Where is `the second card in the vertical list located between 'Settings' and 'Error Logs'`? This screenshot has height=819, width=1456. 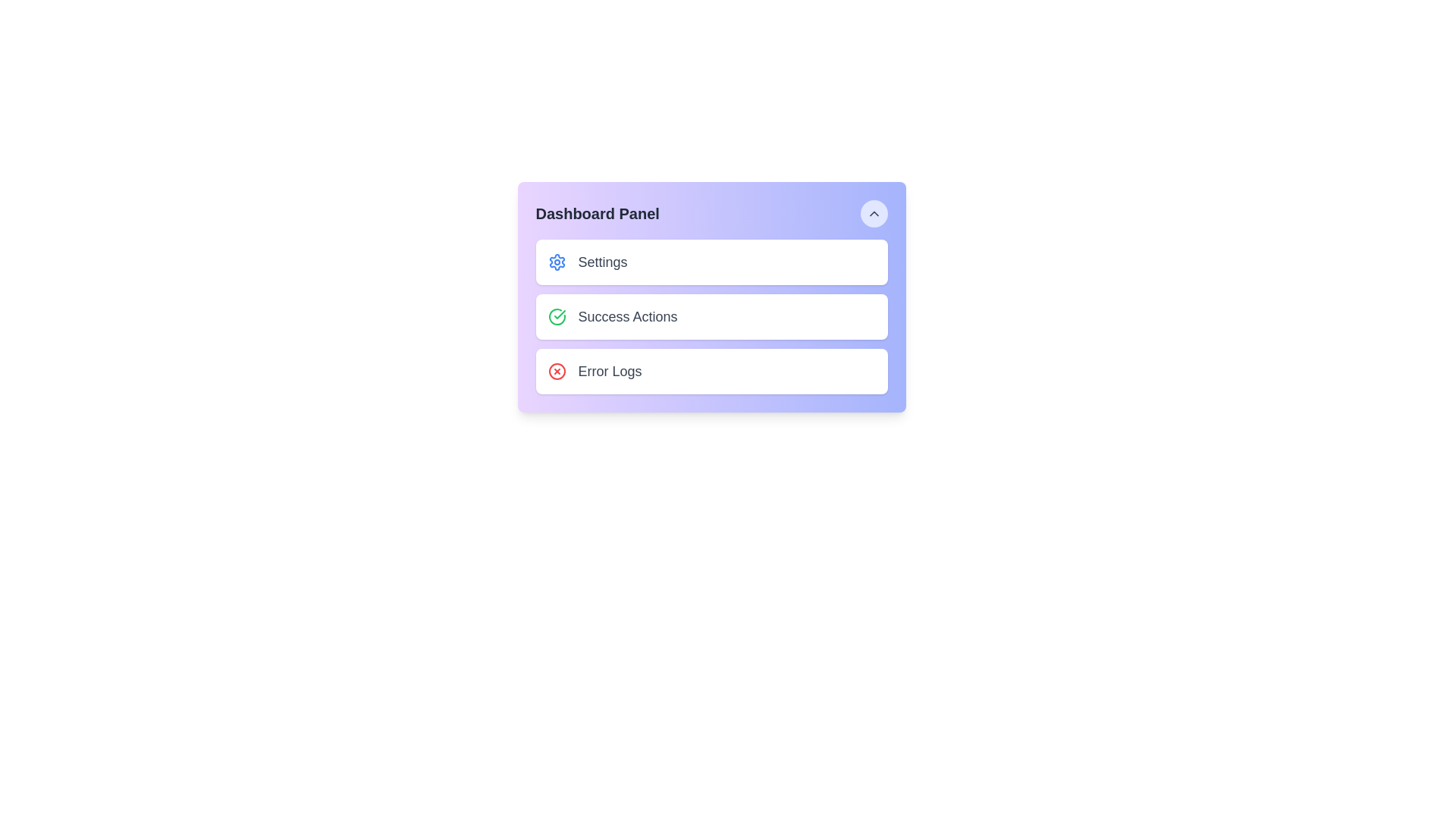 the second card in the vertical list located between 'Settings' and 'Error Logs' is located at coordinates (711, 315).